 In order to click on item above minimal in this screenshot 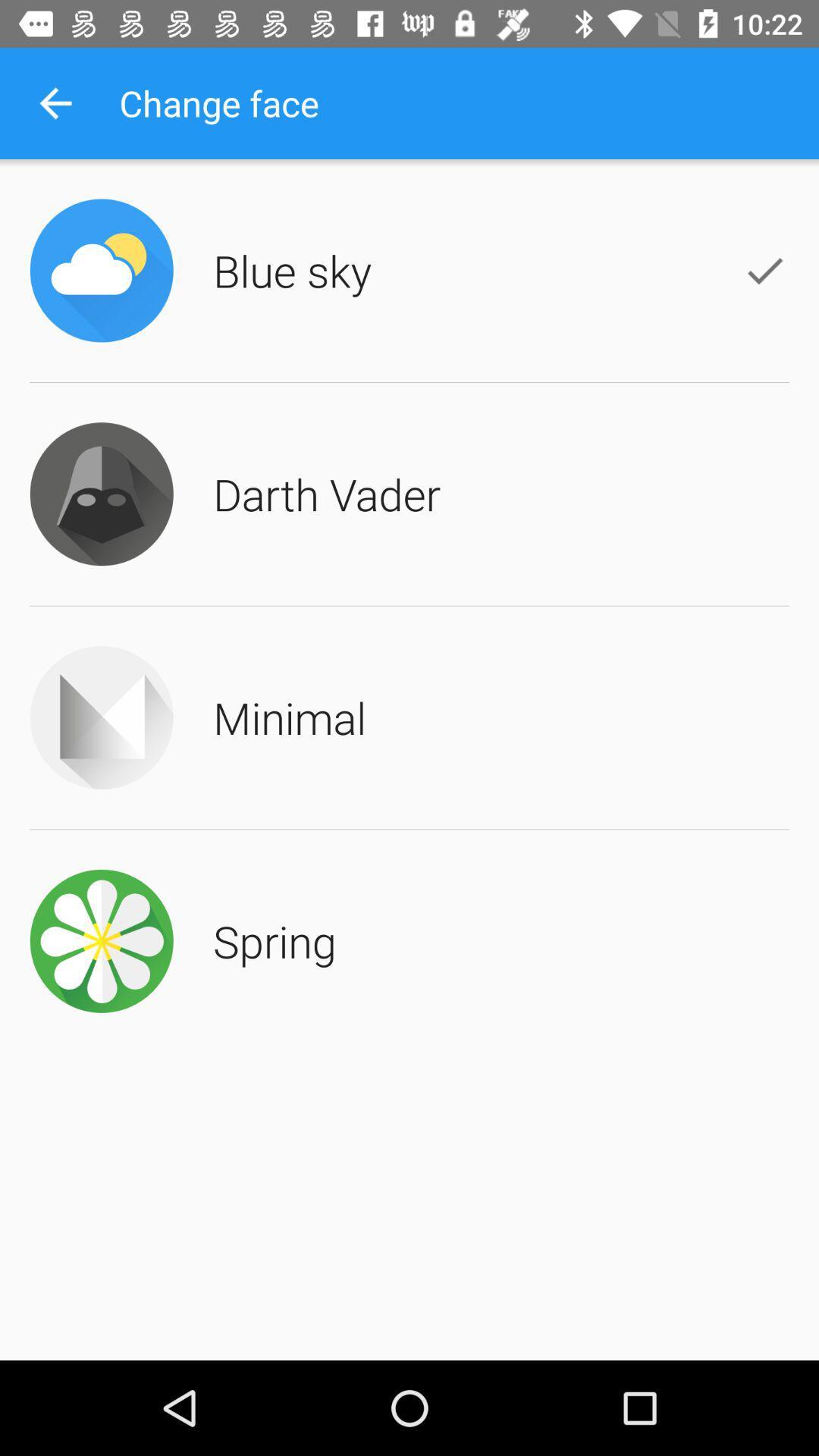, I will do `click(326, 494)`.